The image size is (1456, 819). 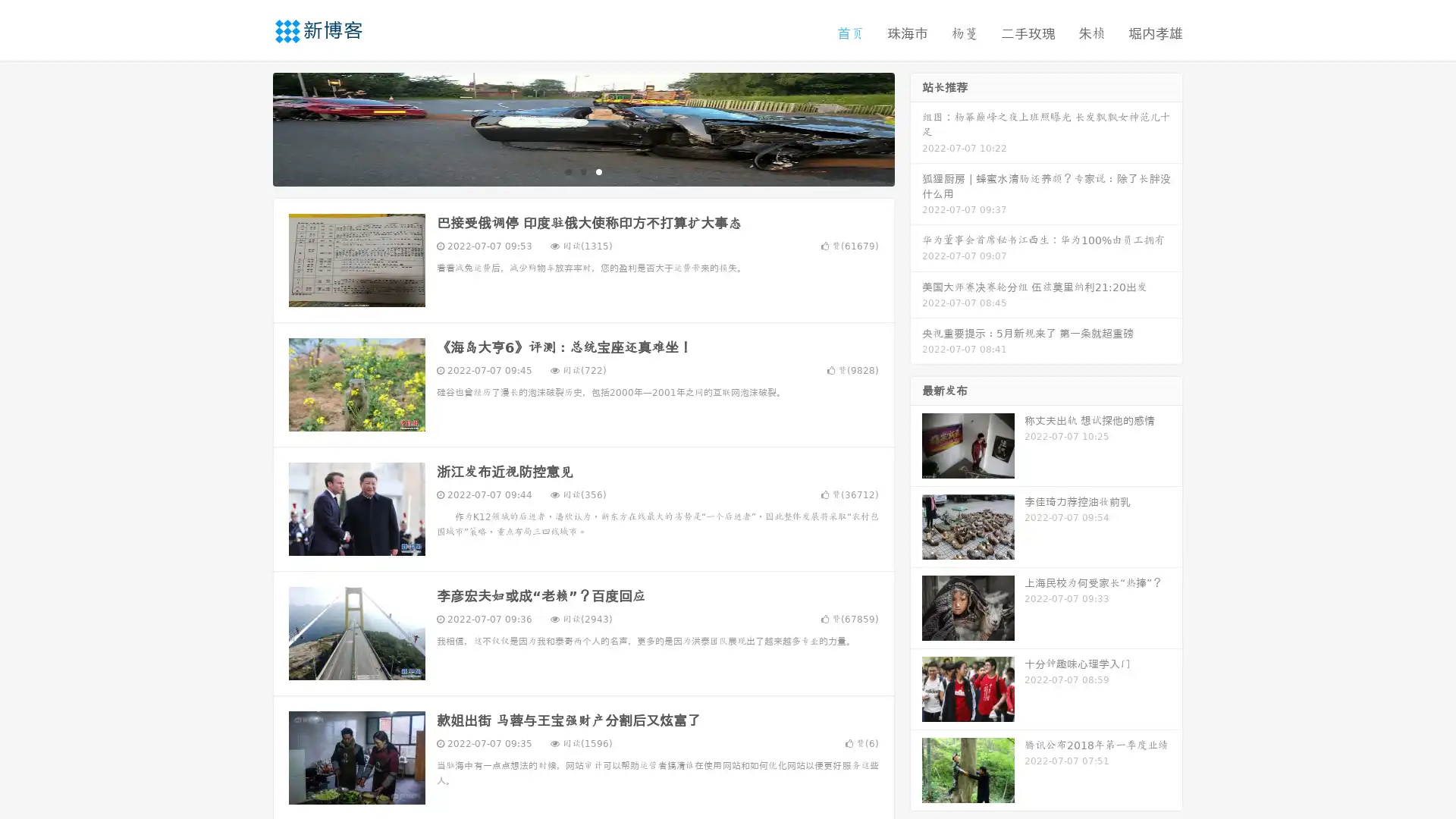 What do you see at coordinates (250, 127) in the screenshot?
I see `Previous slide` at bounding box center [250, 127].